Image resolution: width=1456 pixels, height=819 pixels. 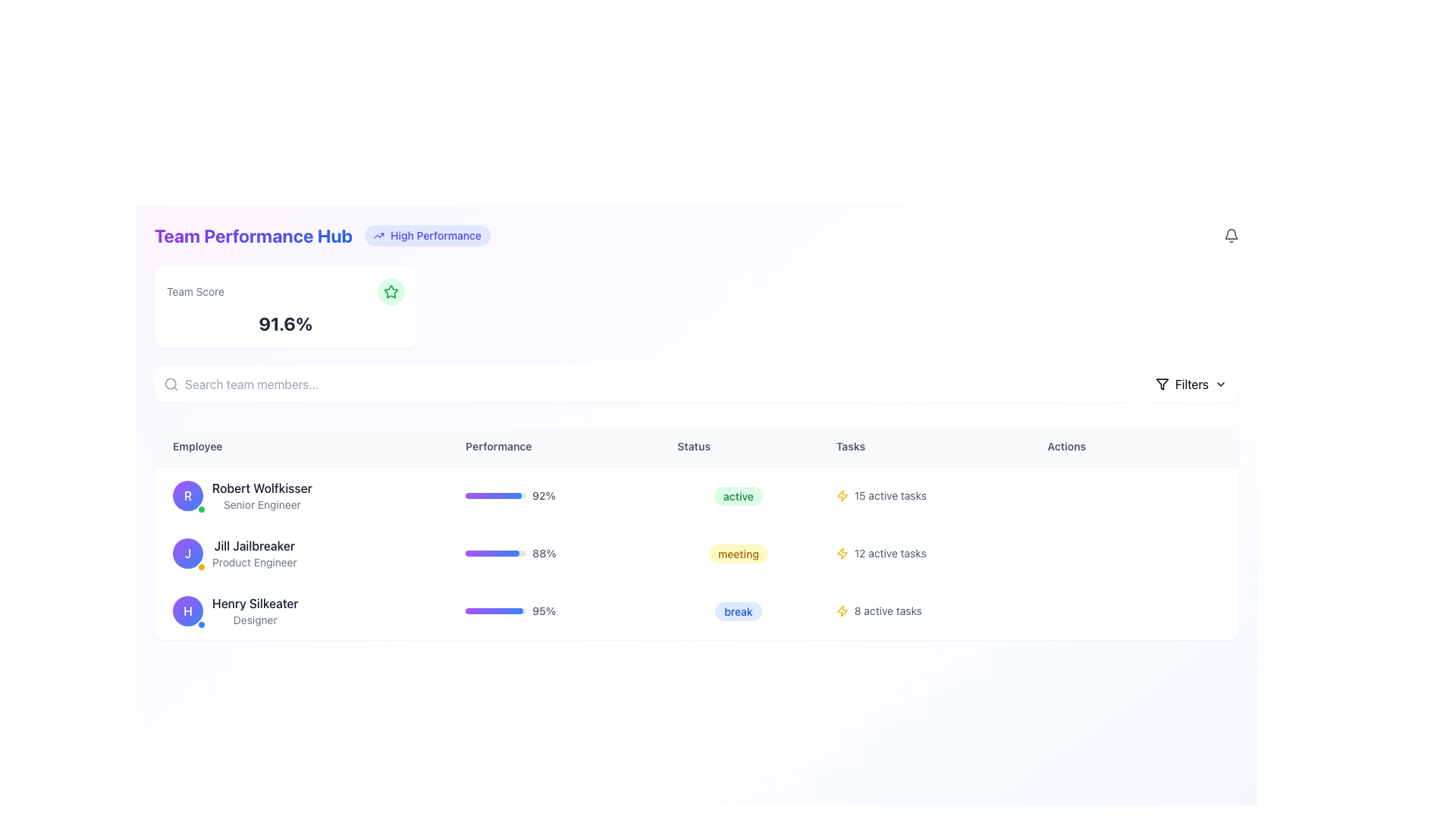 I want to click on the text element displaying the employee's name 'Robert Wolfkisser' to view detailed information, so click(x=262, y=488).